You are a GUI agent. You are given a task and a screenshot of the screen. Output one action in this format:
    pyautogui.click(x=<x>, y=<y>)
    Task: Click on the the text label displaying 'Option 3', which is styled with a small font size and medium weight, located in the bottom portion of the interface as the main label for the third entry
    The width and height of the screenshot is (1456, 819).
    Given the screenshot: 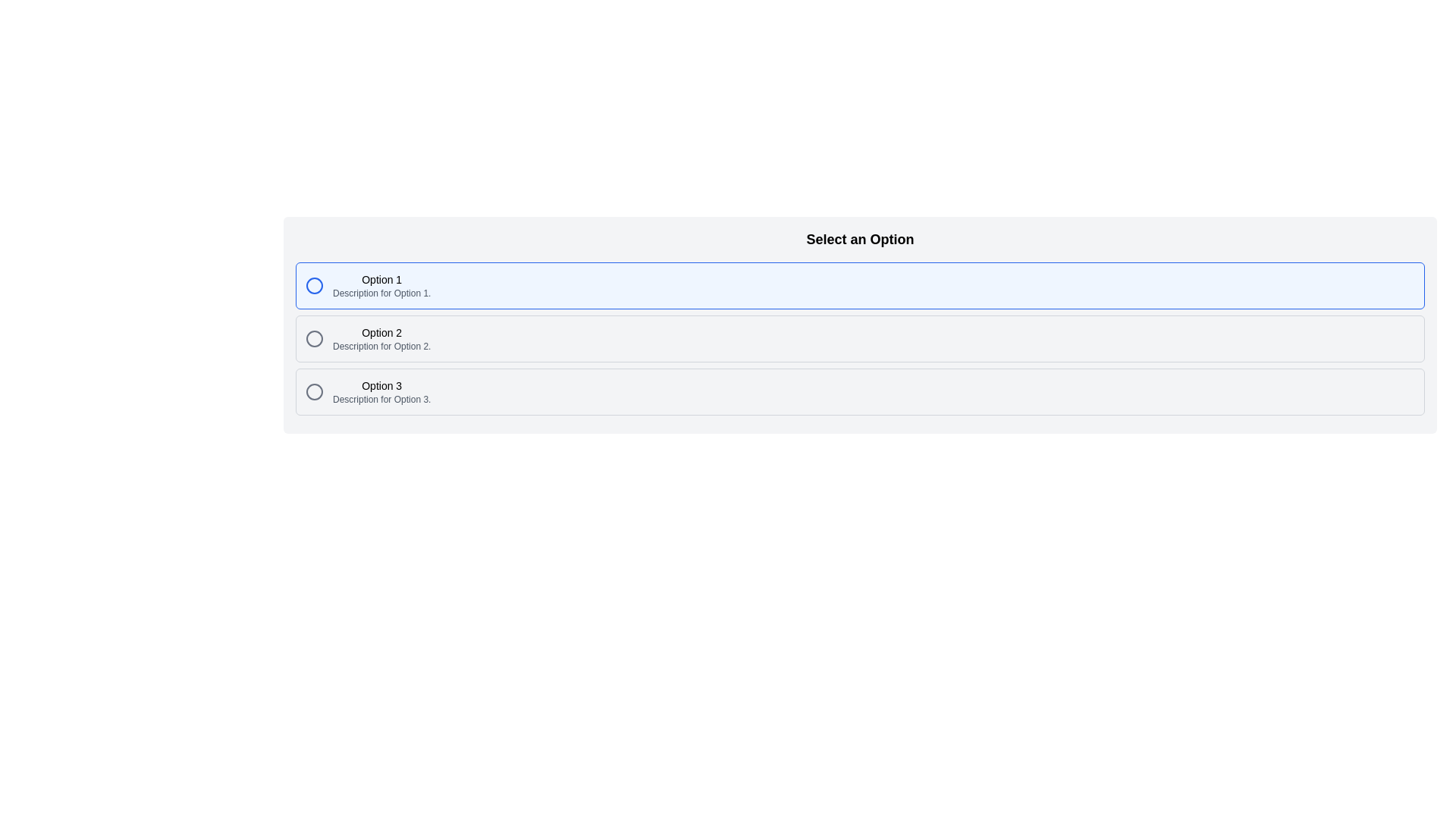 What is the action you would take?
    pyautogui.click(x=381, y=385)
    